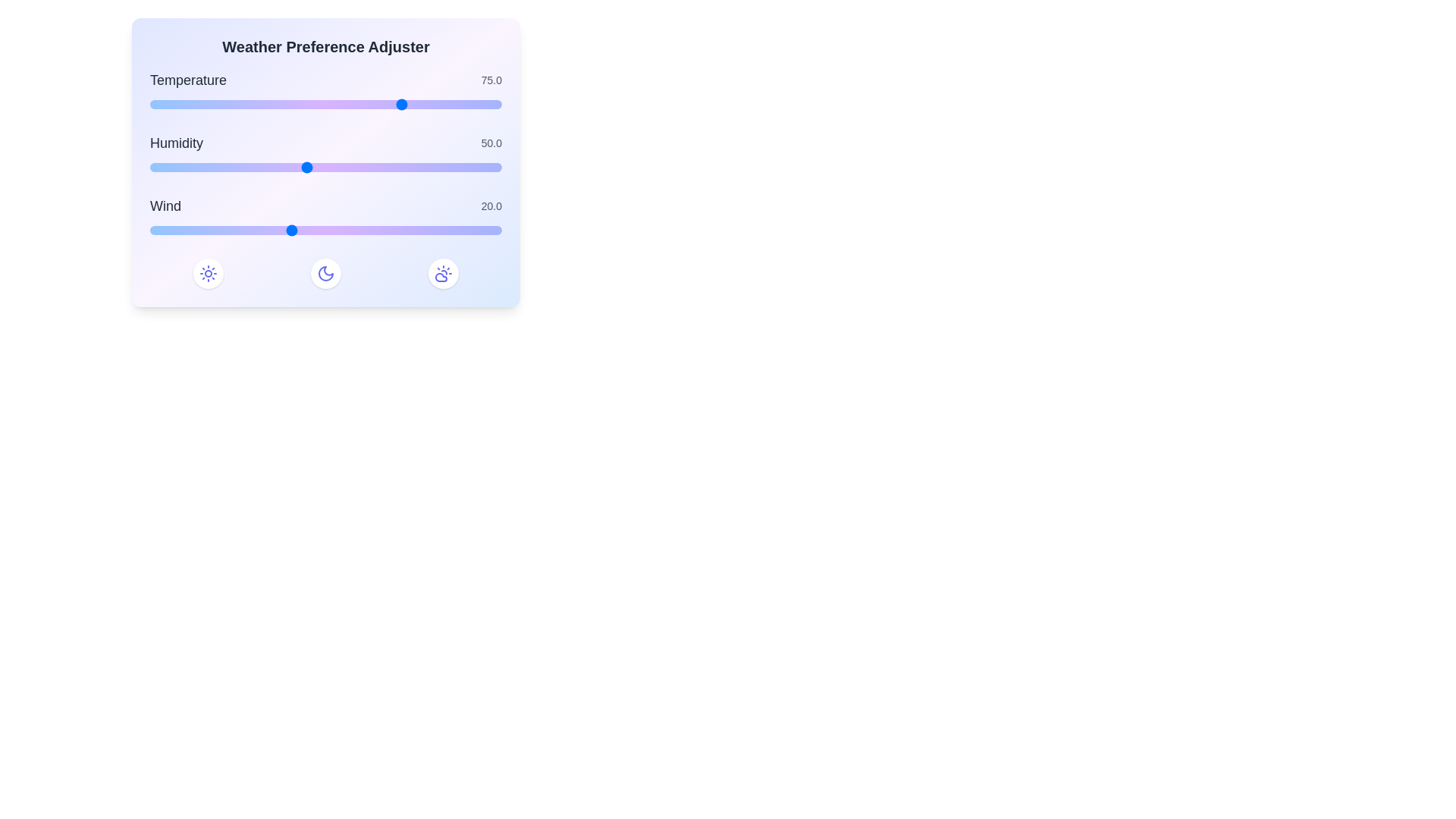 The width and height of the screenshot is (1456, 819). What do you see at coordinates (313, 104) in the screenshot?
I see `the temperature` at bounding box center [313, 104].